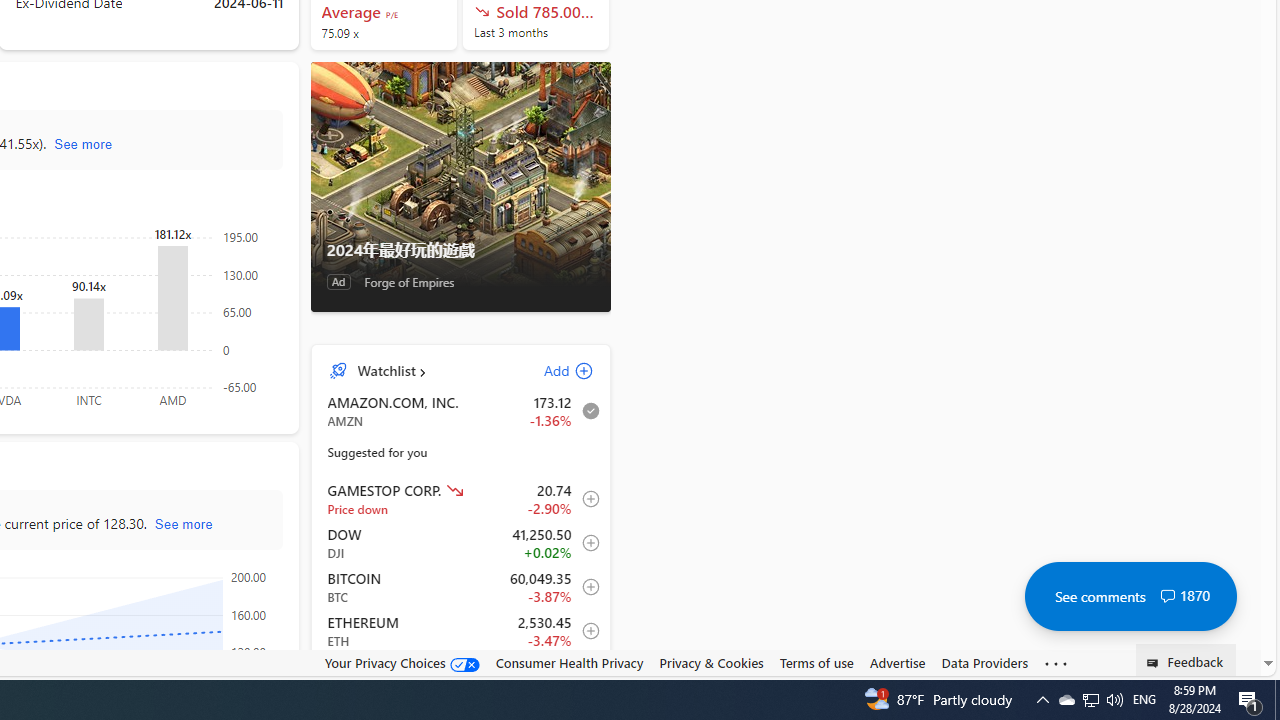 The height and width of the screenshot is (720, 1280). Describe the element at coordinates (584, 675) in the screenshot. I see `'Add to Watchlist'` at that location.